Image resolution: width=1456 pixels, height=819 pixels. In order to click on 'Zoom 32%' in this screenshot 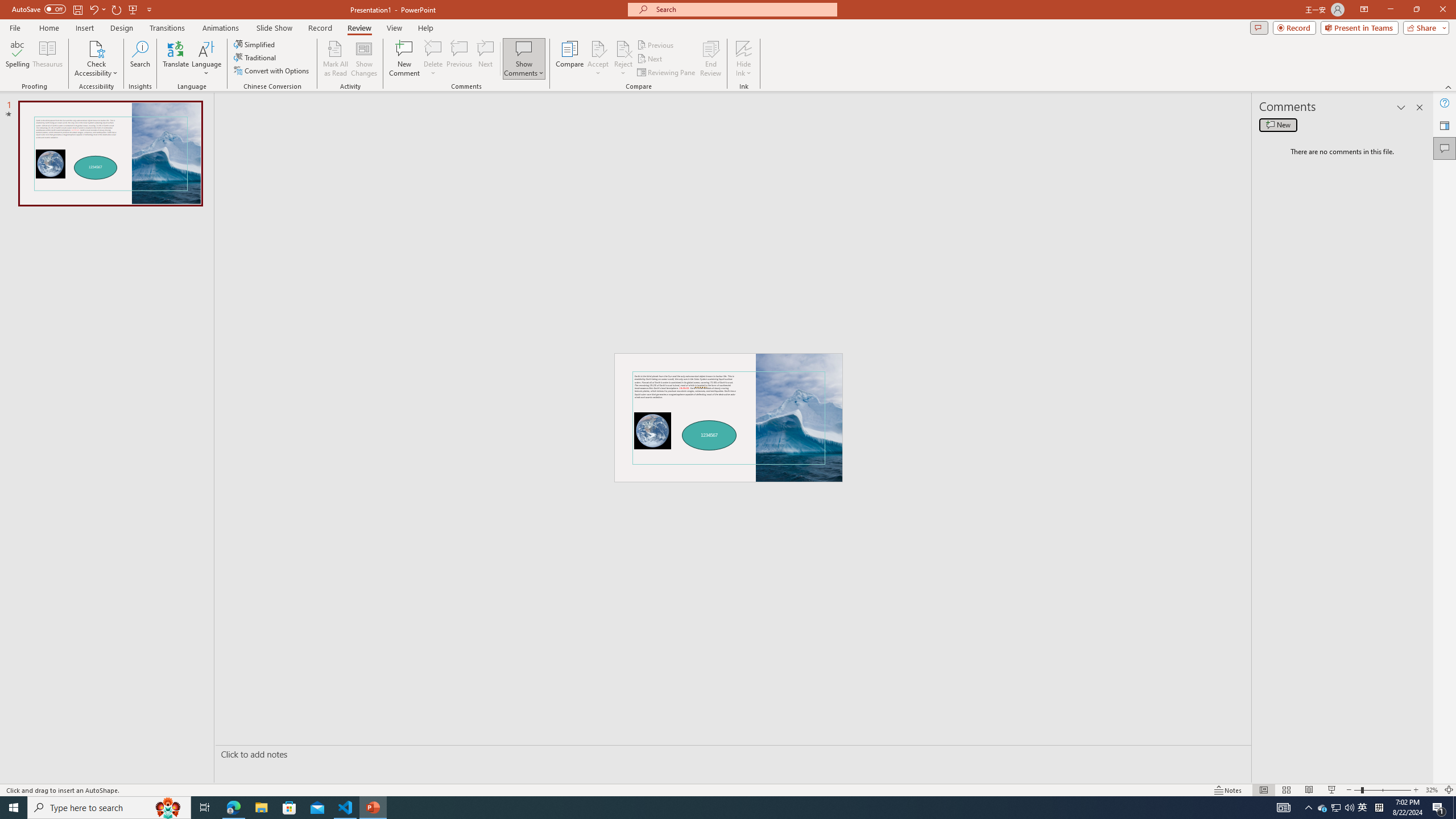, I will do `click(1431, 790)`.